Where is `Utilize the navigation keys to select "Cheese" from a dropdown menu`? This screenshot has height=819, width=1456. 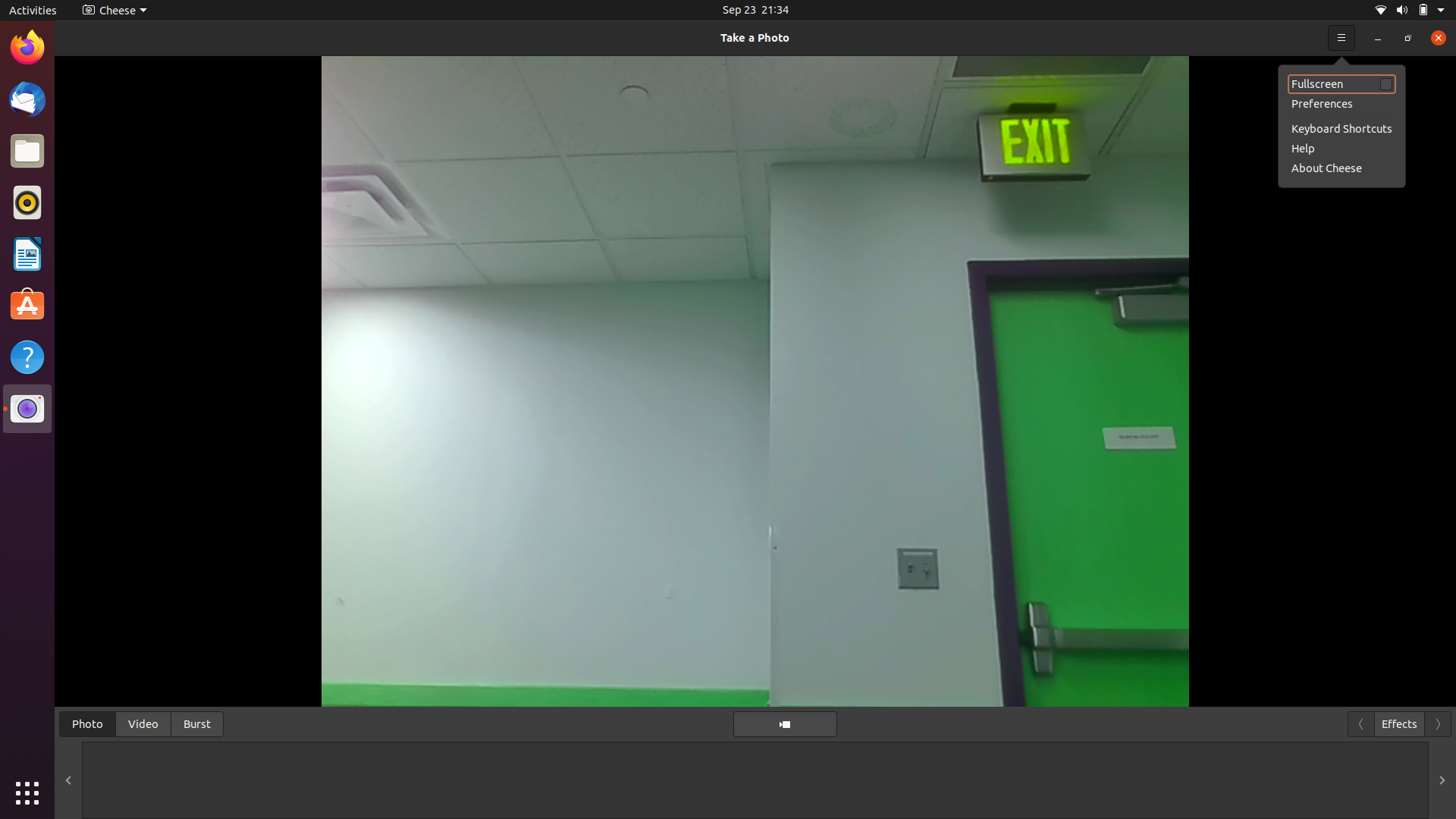 Utilize the navigation keys to select "Cheese" from a dropdown menu is located at coordinates (1433, 36).